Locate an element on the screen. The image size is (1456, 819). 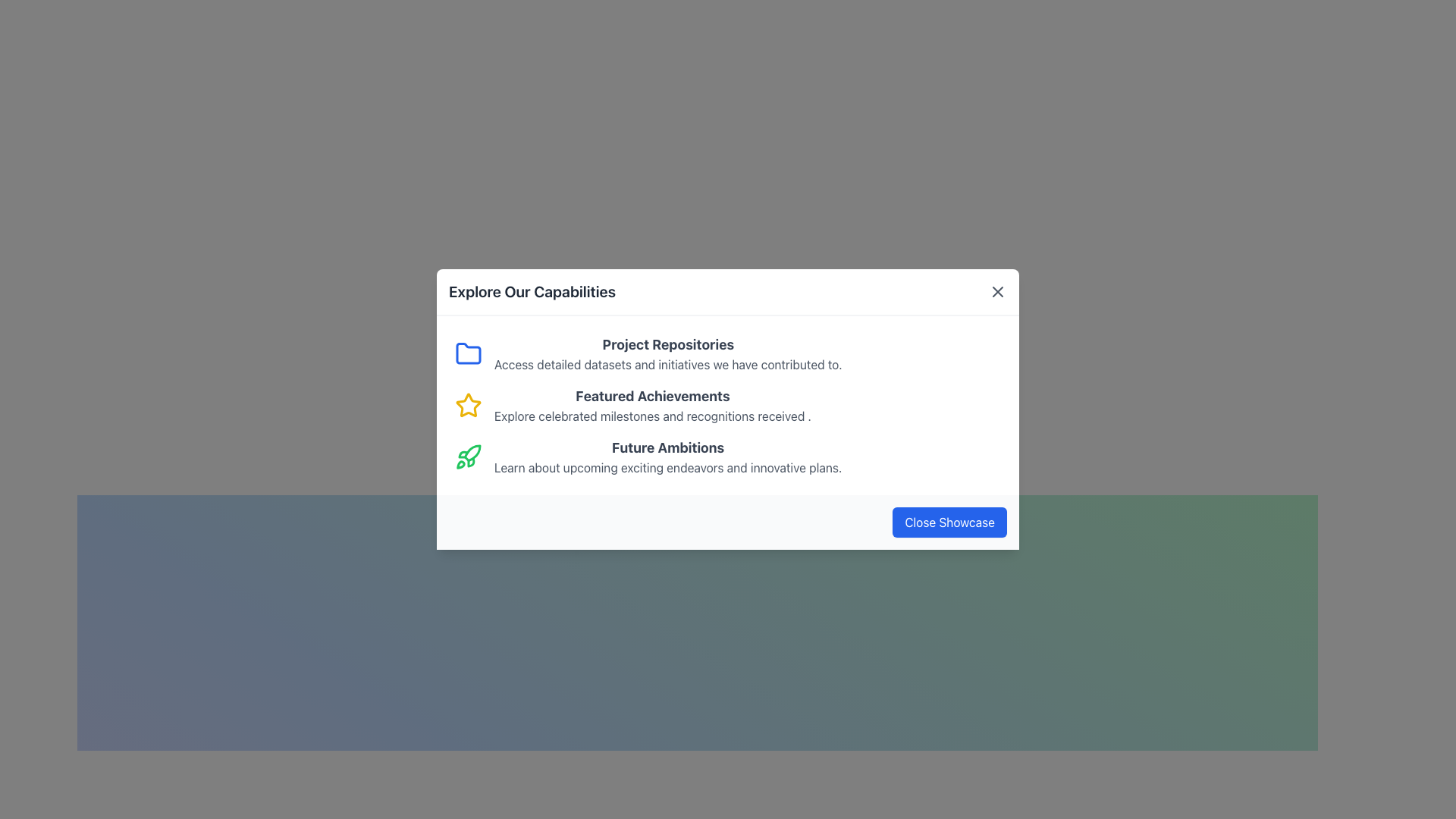
the informational text that describes the achievements and milestones, located beneath the heading 'Featured Achievements' in the second section of the list is located at coordinates (652, 416).